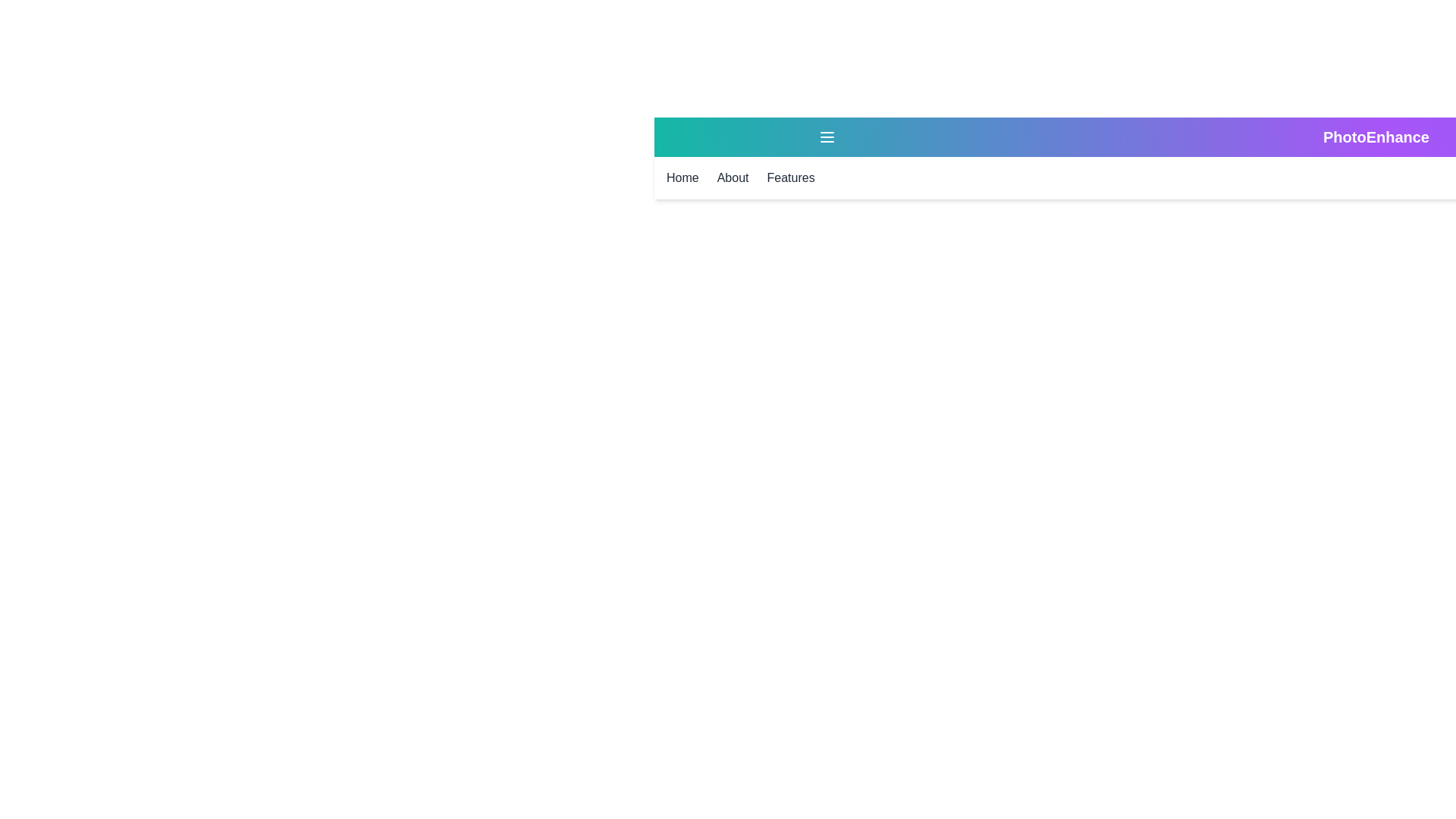 The height and width of the screenshot is (819, 1456). What do you see at coordinates (1382, 158) in the screenshot?
I see `the gradient background to inspect its properties` at bounding box center [1382, 158].